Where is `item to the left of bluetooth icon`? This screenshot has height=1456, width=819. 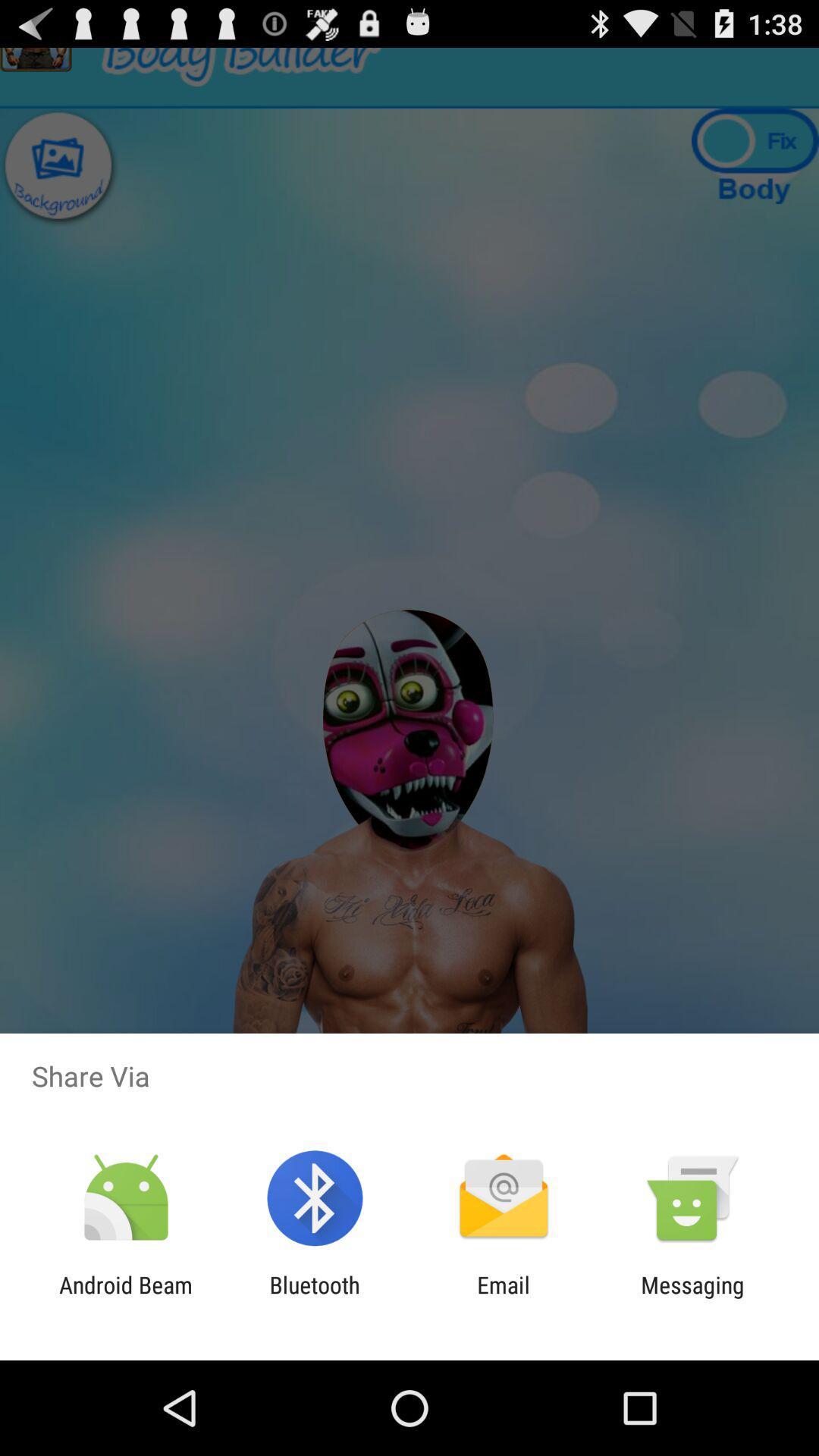
item to the left of bluetooth icon is located at coordinates (125, 1298).